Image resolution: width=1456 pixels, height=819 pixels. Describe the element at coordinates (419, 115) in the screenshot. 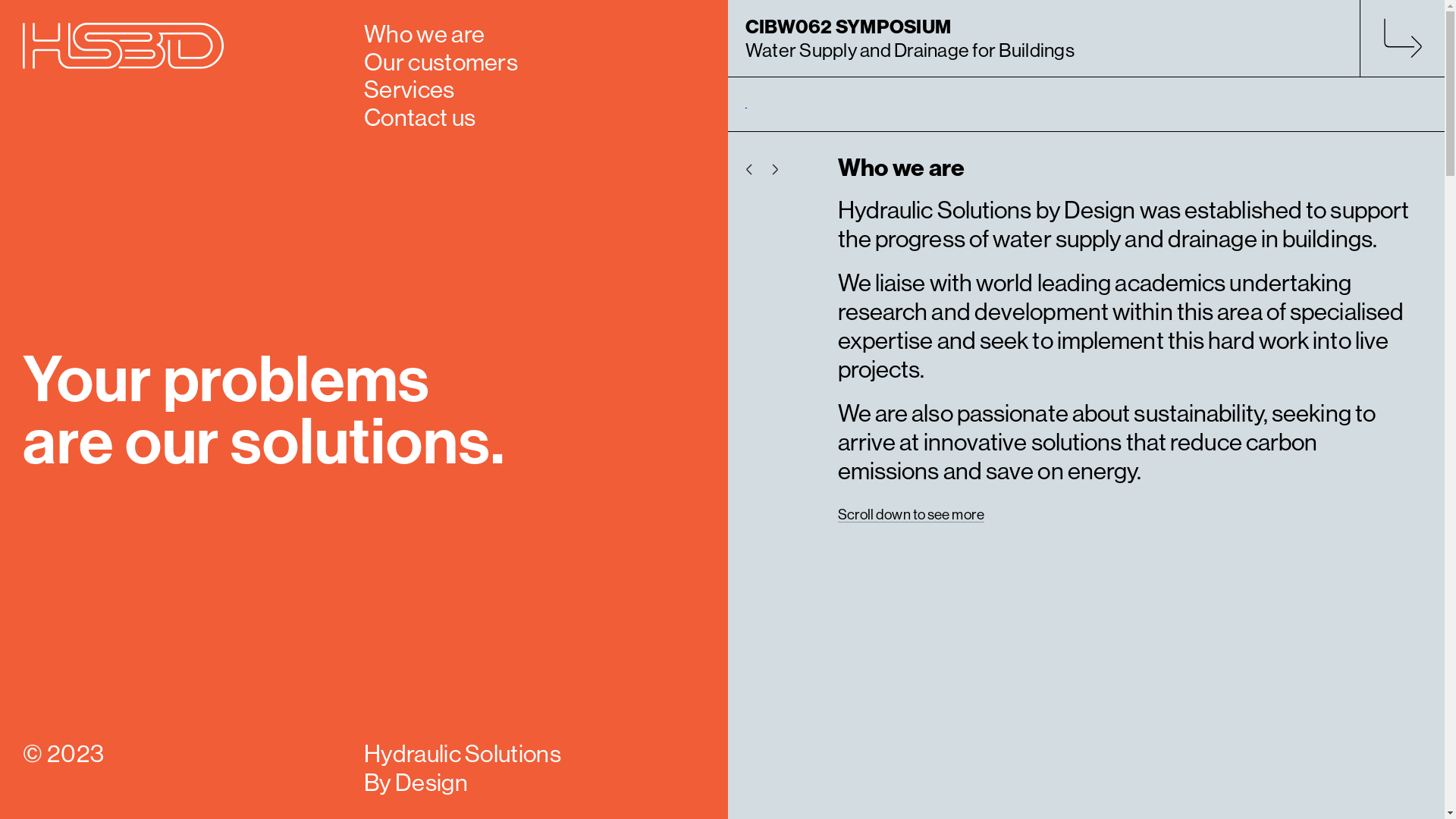

I see `'Contact us'` at that location.